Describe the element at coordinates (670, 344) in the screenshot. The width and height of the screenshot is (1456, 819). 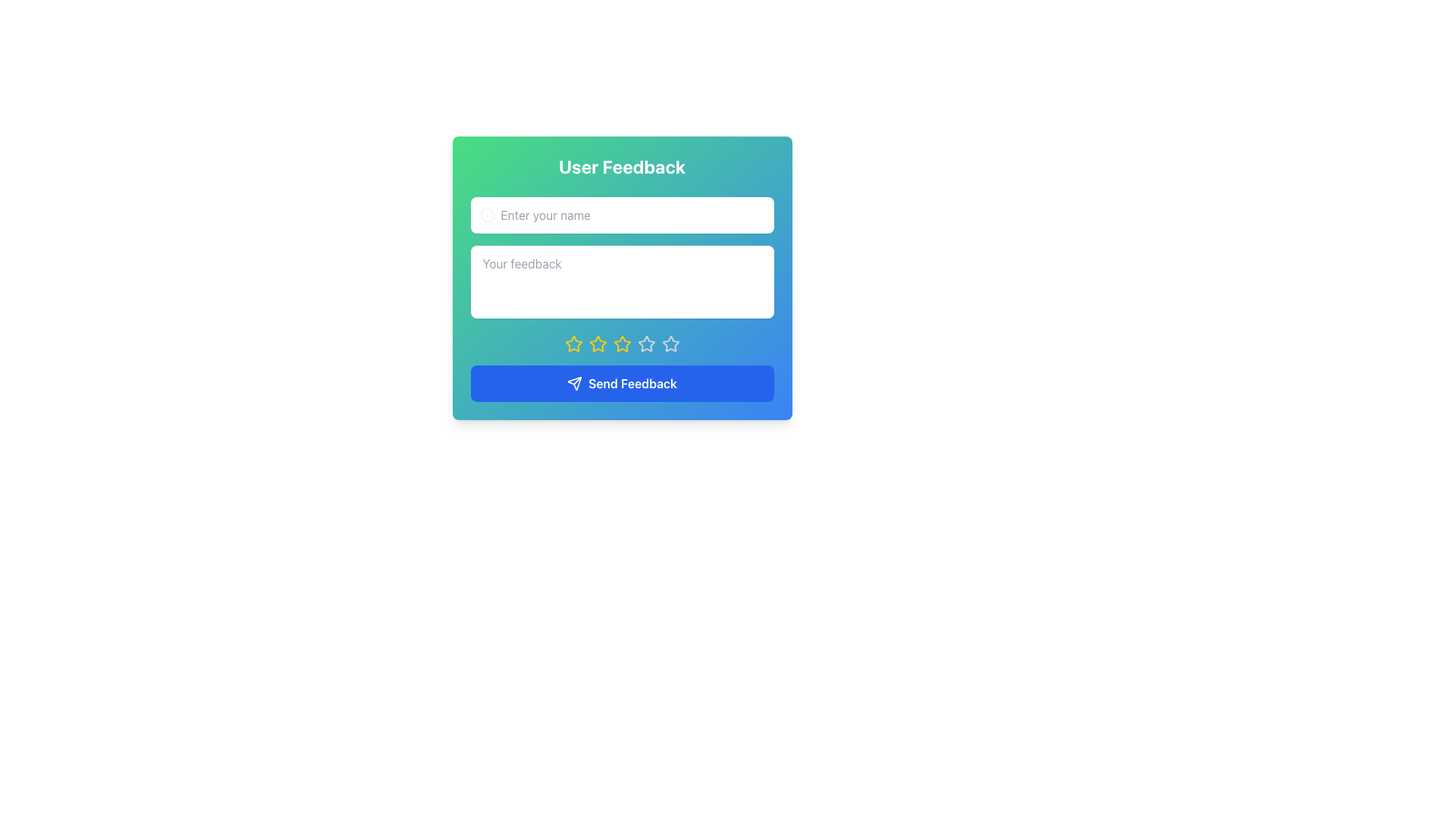
I see `the fifth star SVG icon in the feedback interface` at that location.